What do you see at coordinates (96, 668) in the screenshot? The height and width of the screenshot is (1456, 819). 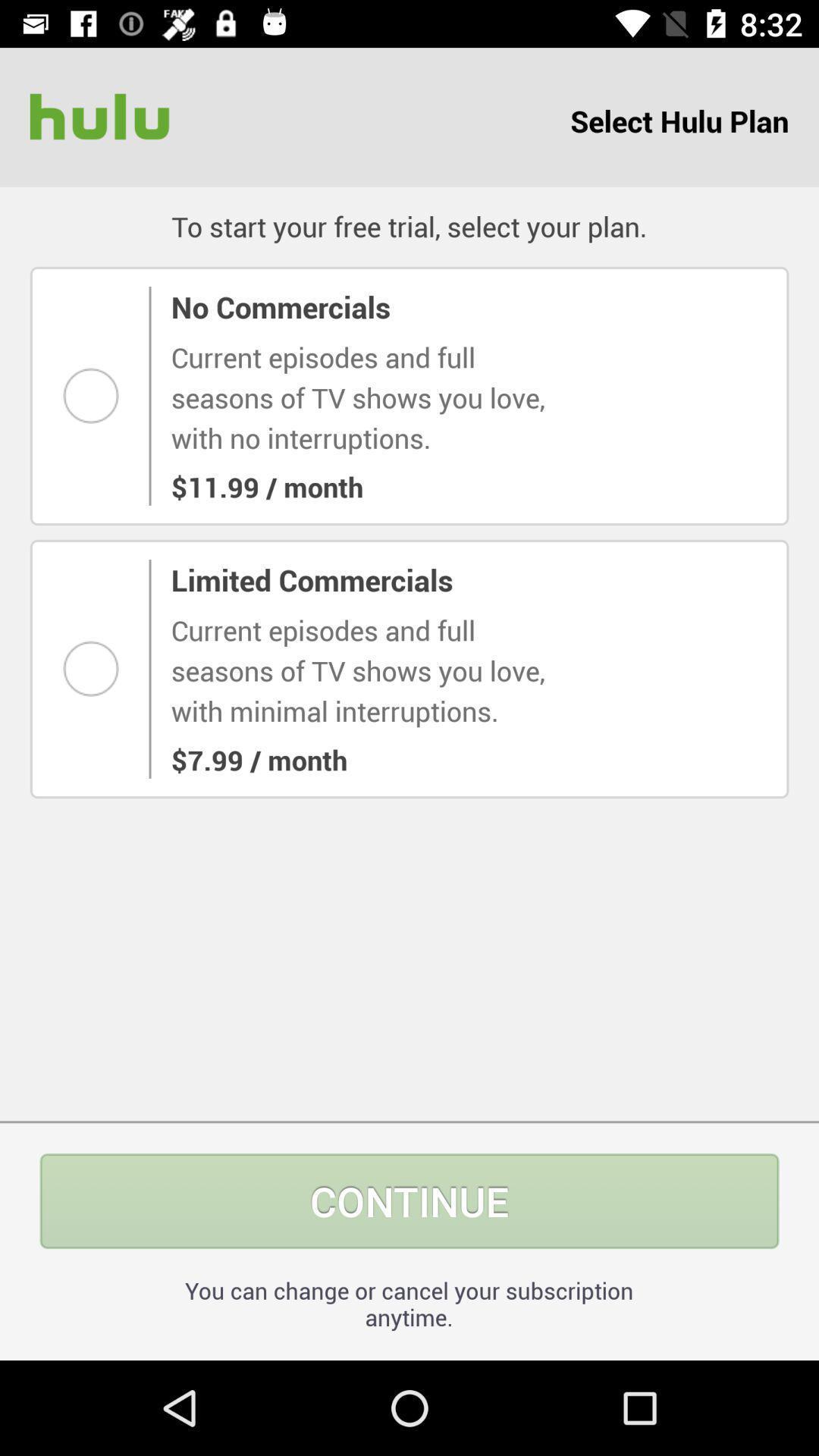 I see `this option` at bounding box center [96, 668].